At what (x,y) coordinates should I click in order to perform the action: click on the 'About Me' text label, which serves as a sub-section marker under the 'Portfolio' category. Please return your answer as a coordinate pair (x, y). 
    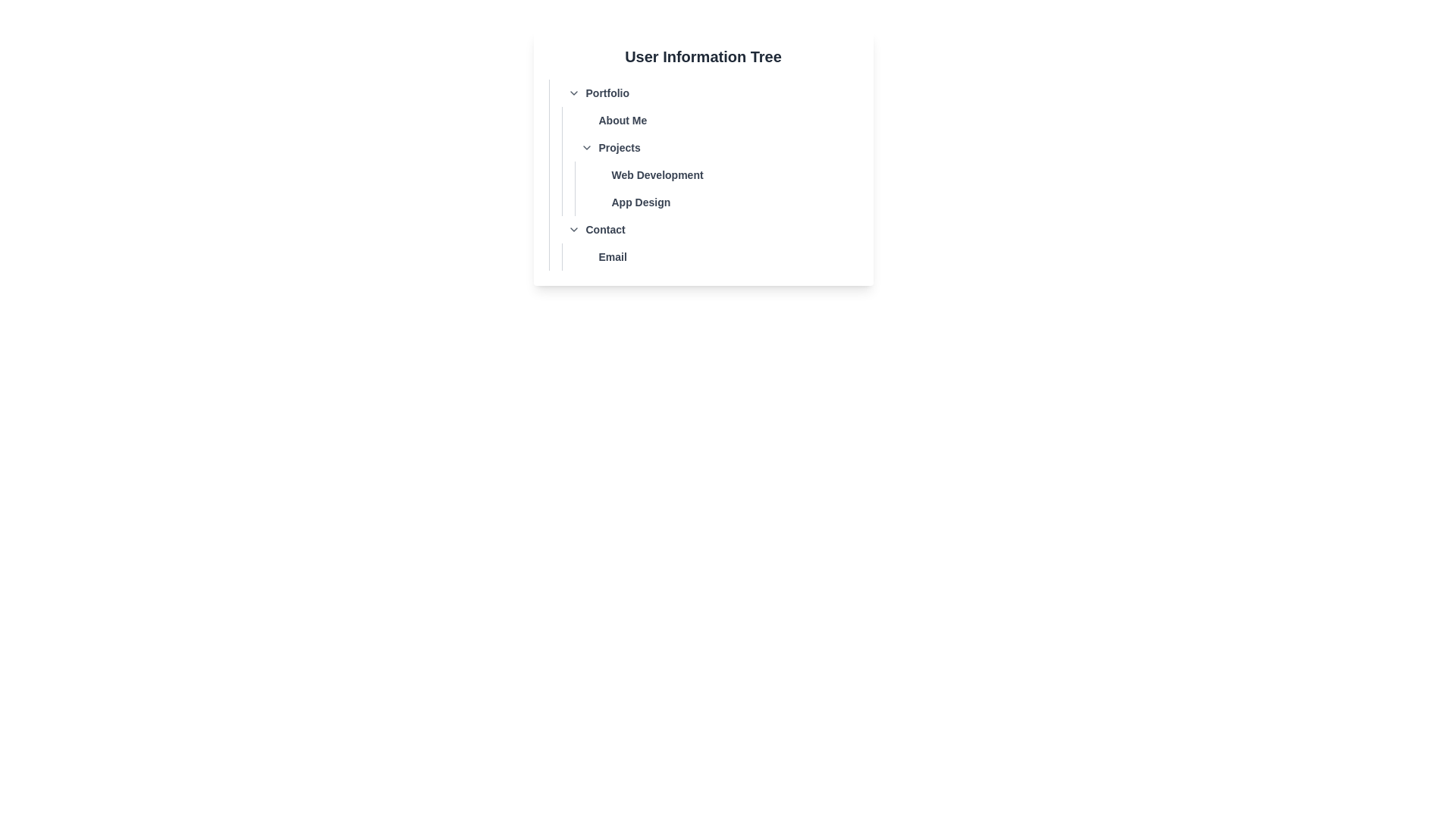
    Looking at the image, I should click on (623, 119).